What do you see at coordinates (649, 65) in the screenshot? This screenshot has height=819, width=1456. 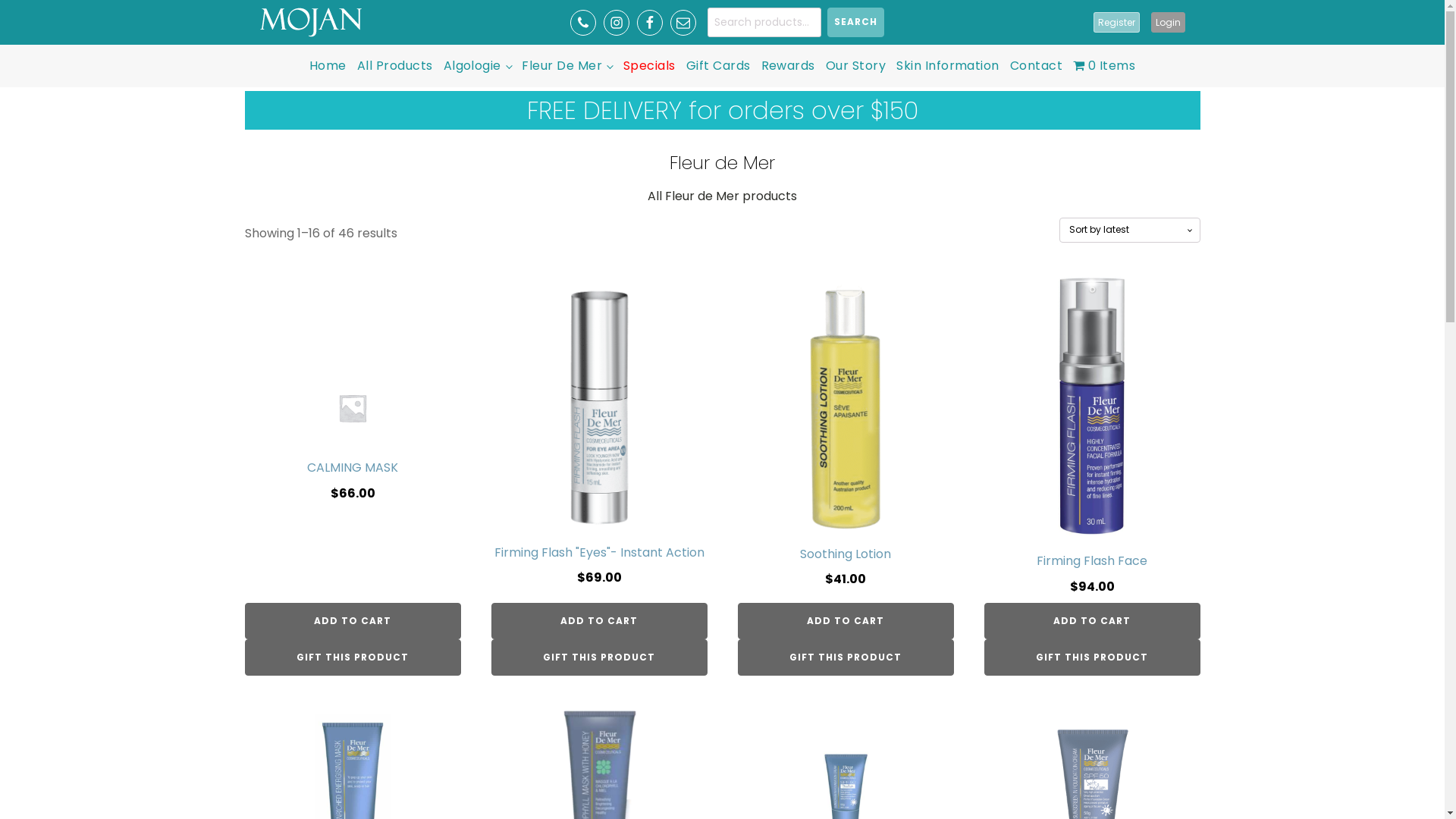 I see `'Specials'` at bounding box center [649, 65].